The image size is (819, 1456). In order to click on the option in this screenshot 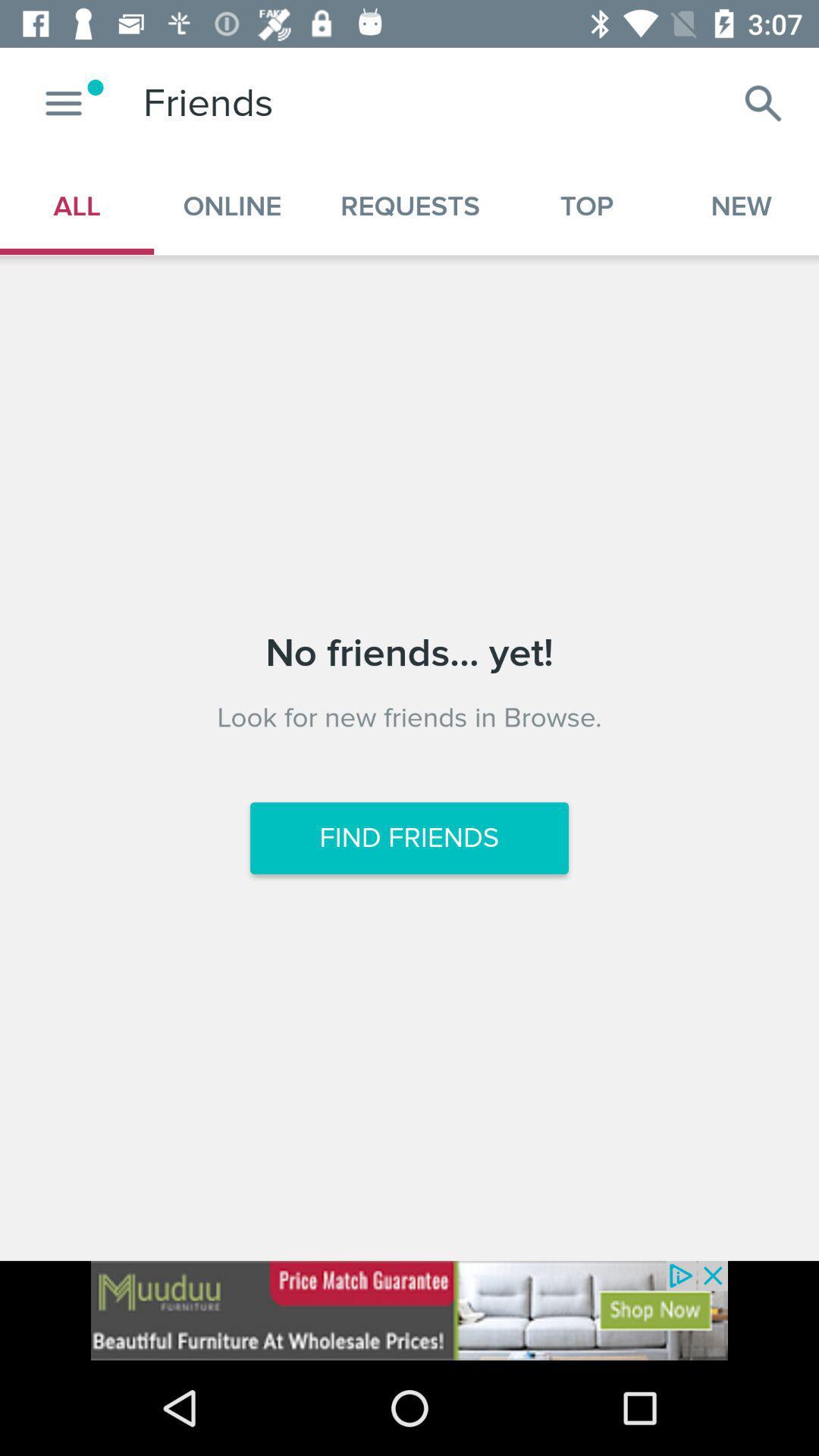, I will do `click(409, 1310)`.